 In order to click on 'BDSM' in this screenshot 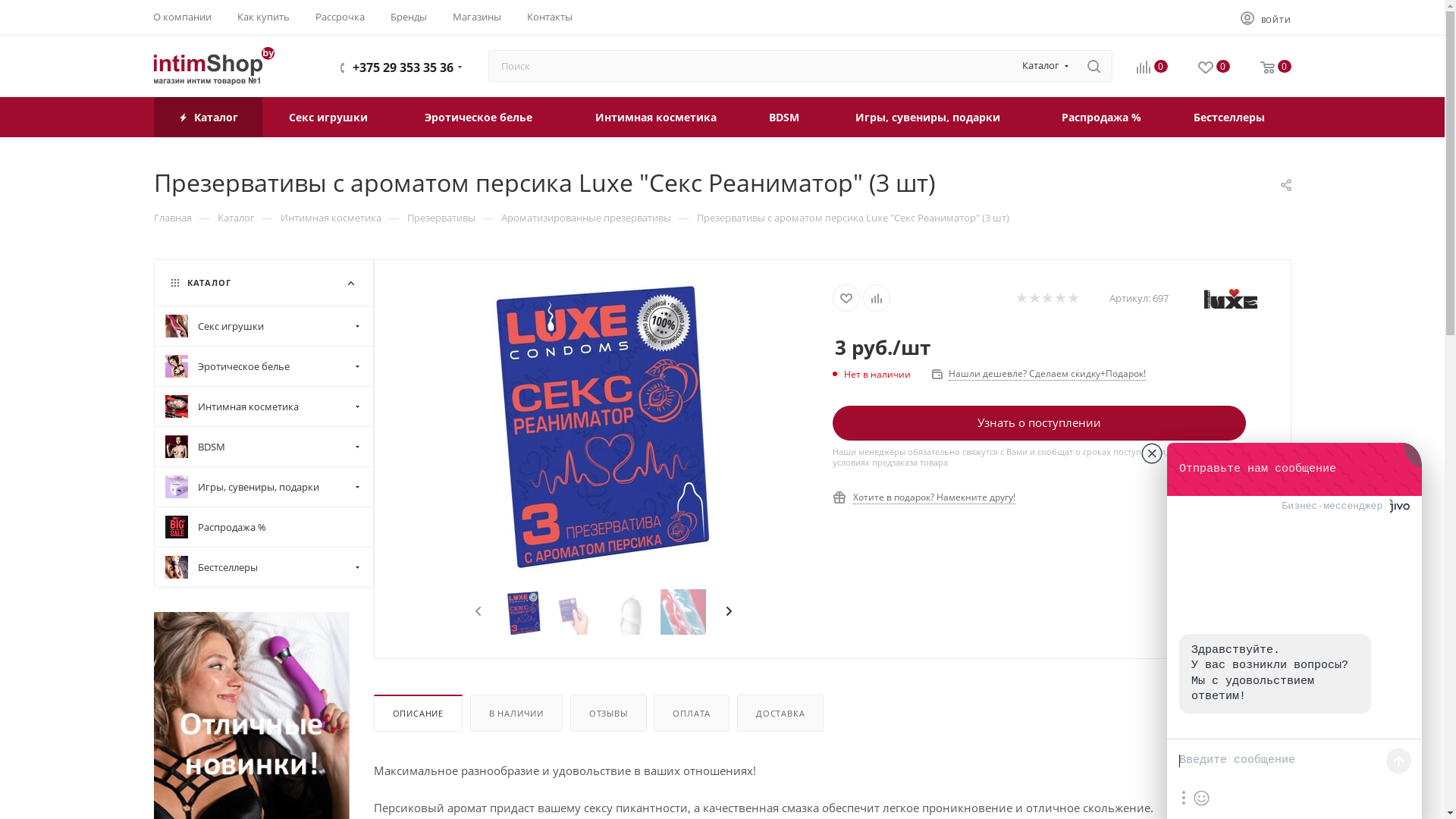, I will do `click(784, 116)`.